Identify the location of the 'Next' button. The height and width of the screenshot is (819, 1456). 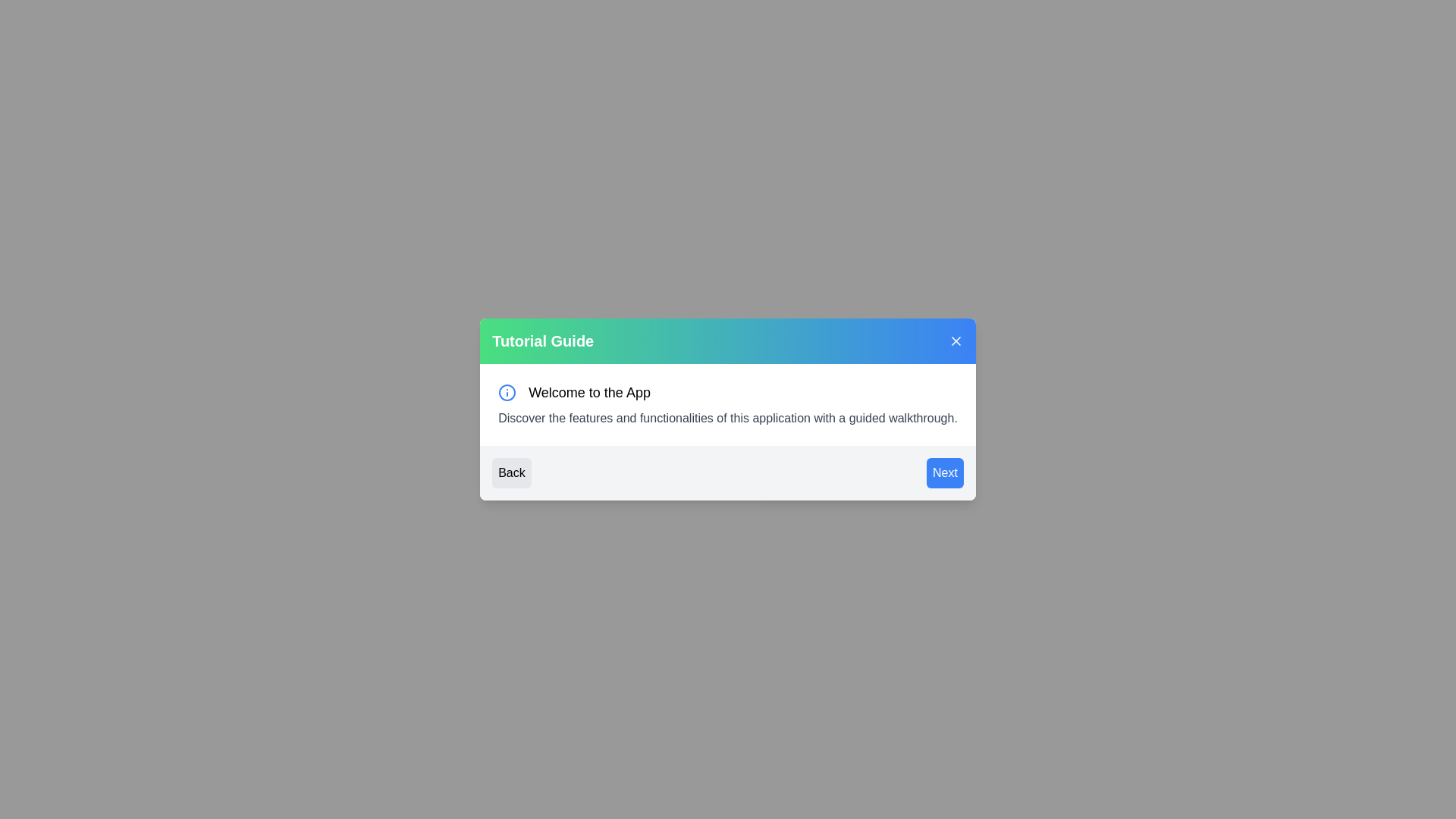
(944, 472).